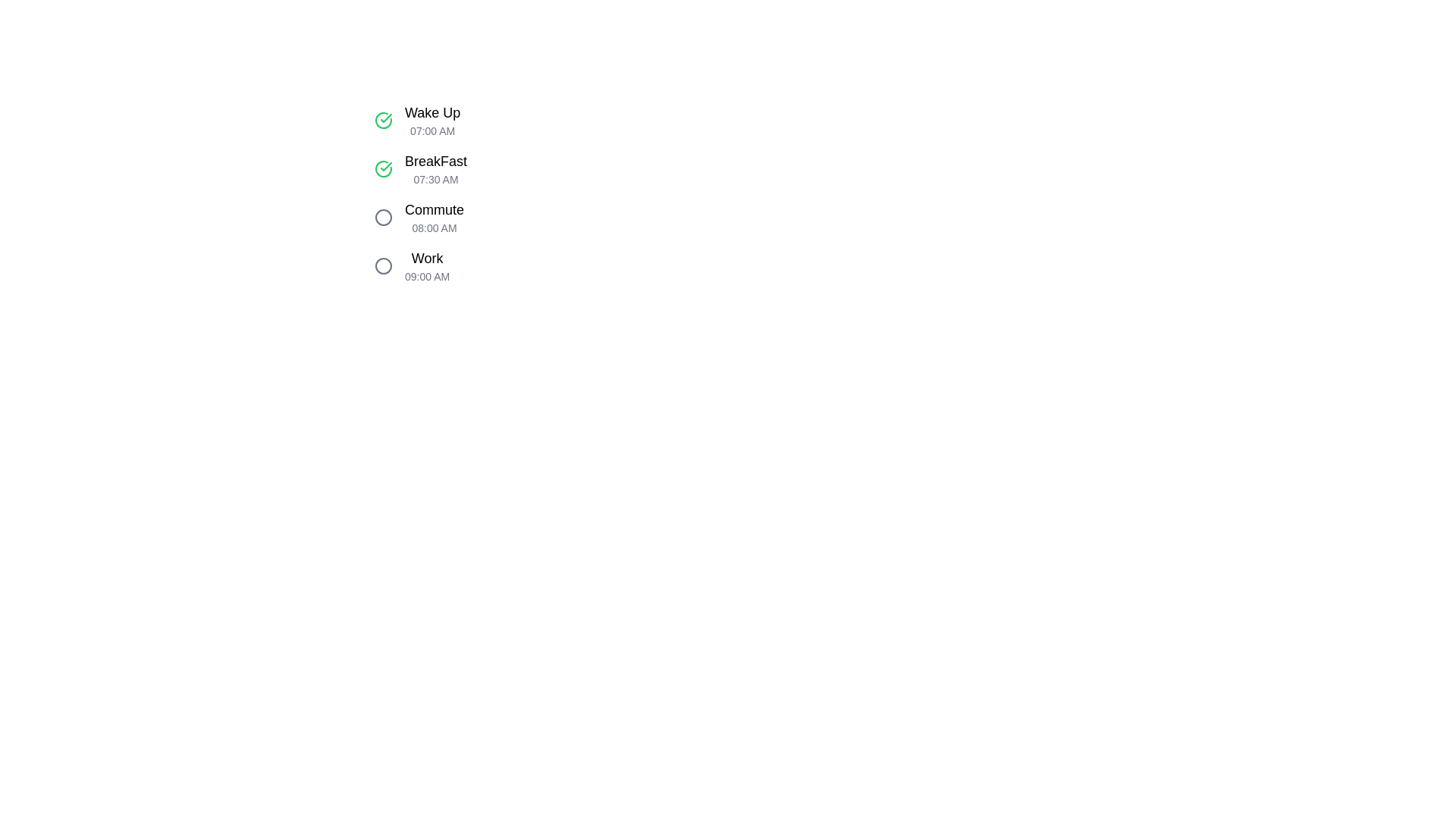  I want to click on the Text Label indicating a wake-up event scheduled at 07:00 AM, positioned to the right of a green circular icon with a checkmark and above the 'BreakFast' text at 07:30 AM, so click(431, 119).